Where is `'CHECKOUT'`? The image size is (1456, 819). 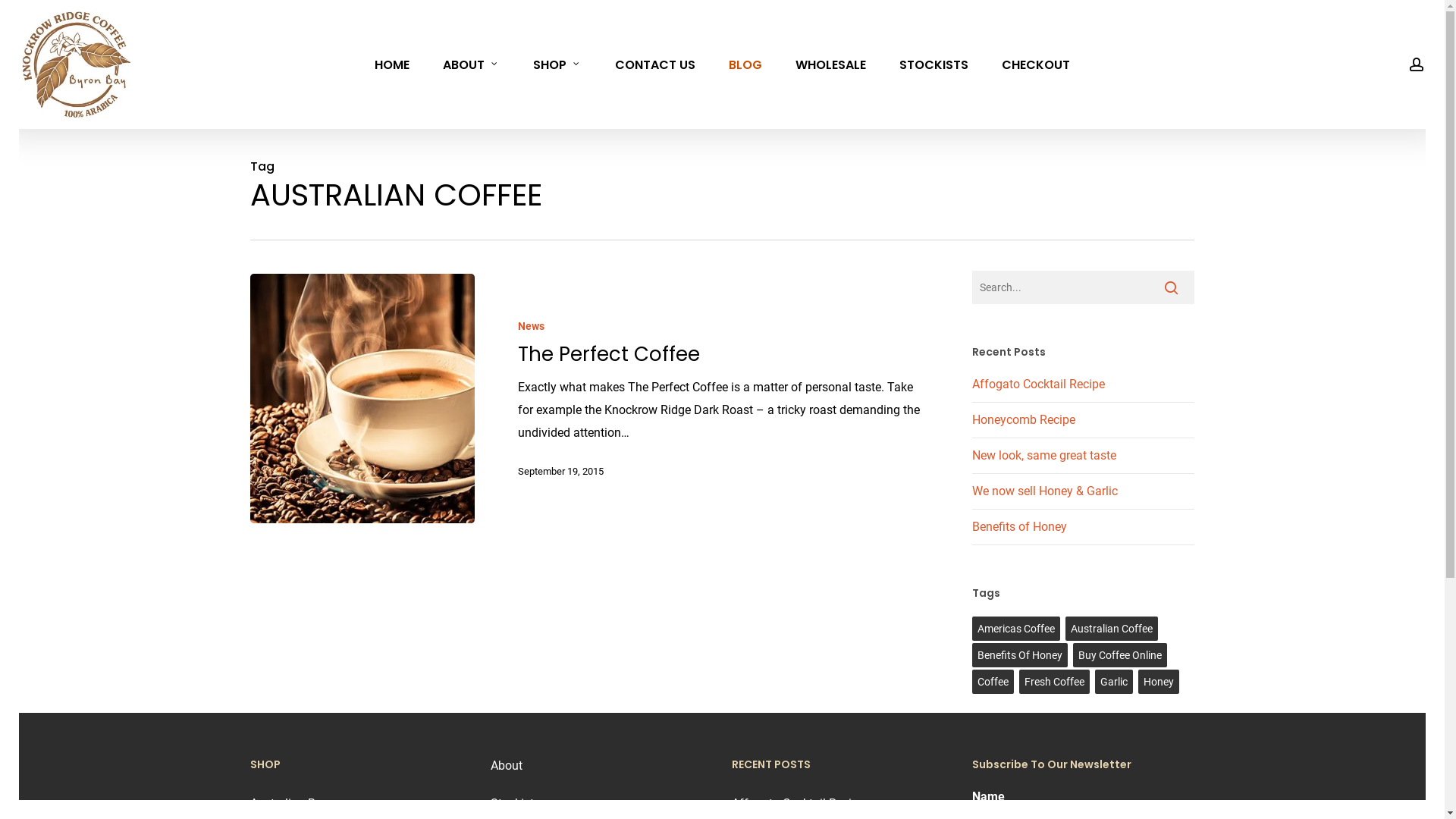
'CHECKOUT' is located at coordinates (1035, 63).